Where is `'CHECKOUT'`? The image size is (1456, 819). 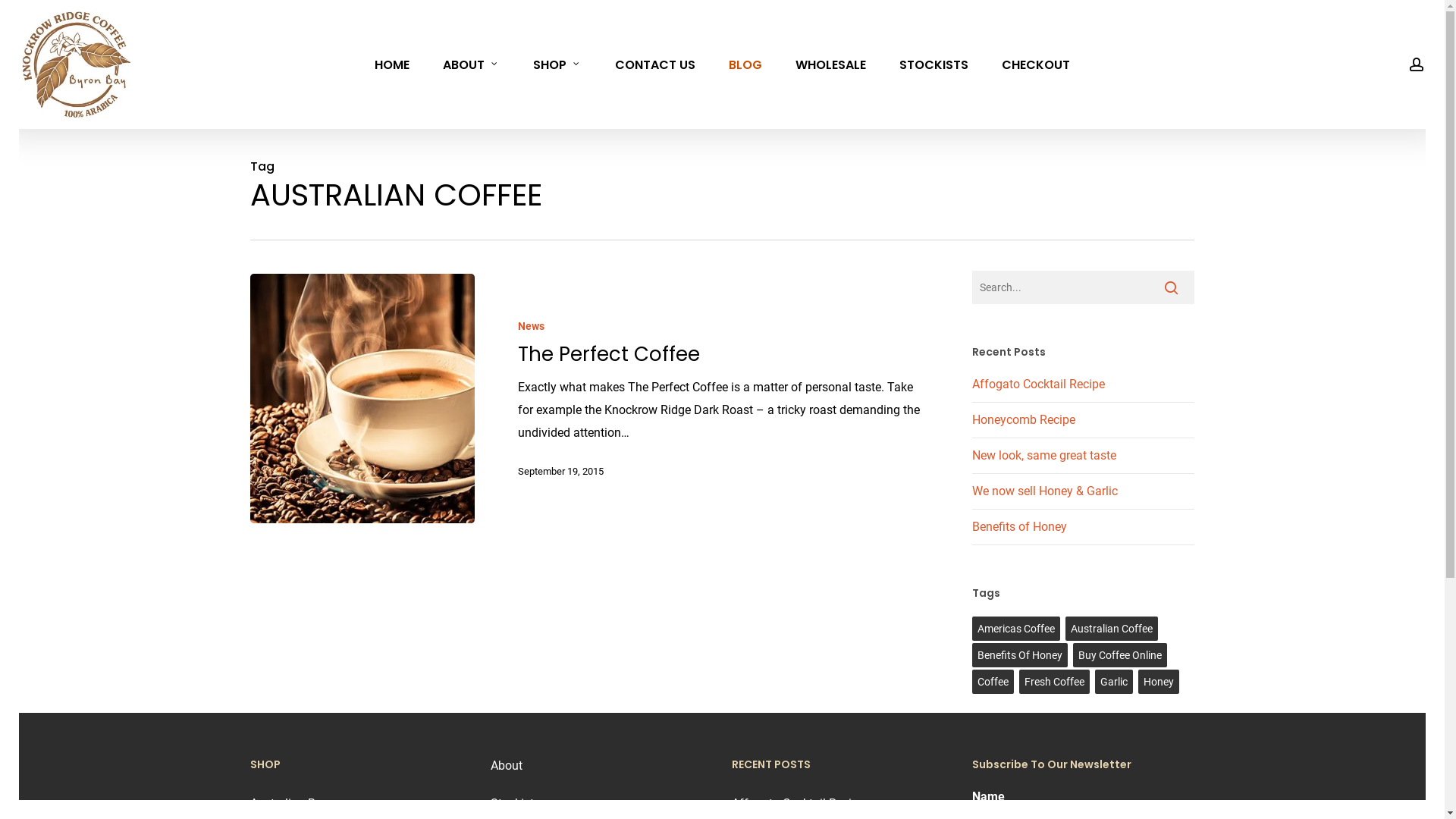
'CHECKOUT' is located at coordinates (1035, 63).